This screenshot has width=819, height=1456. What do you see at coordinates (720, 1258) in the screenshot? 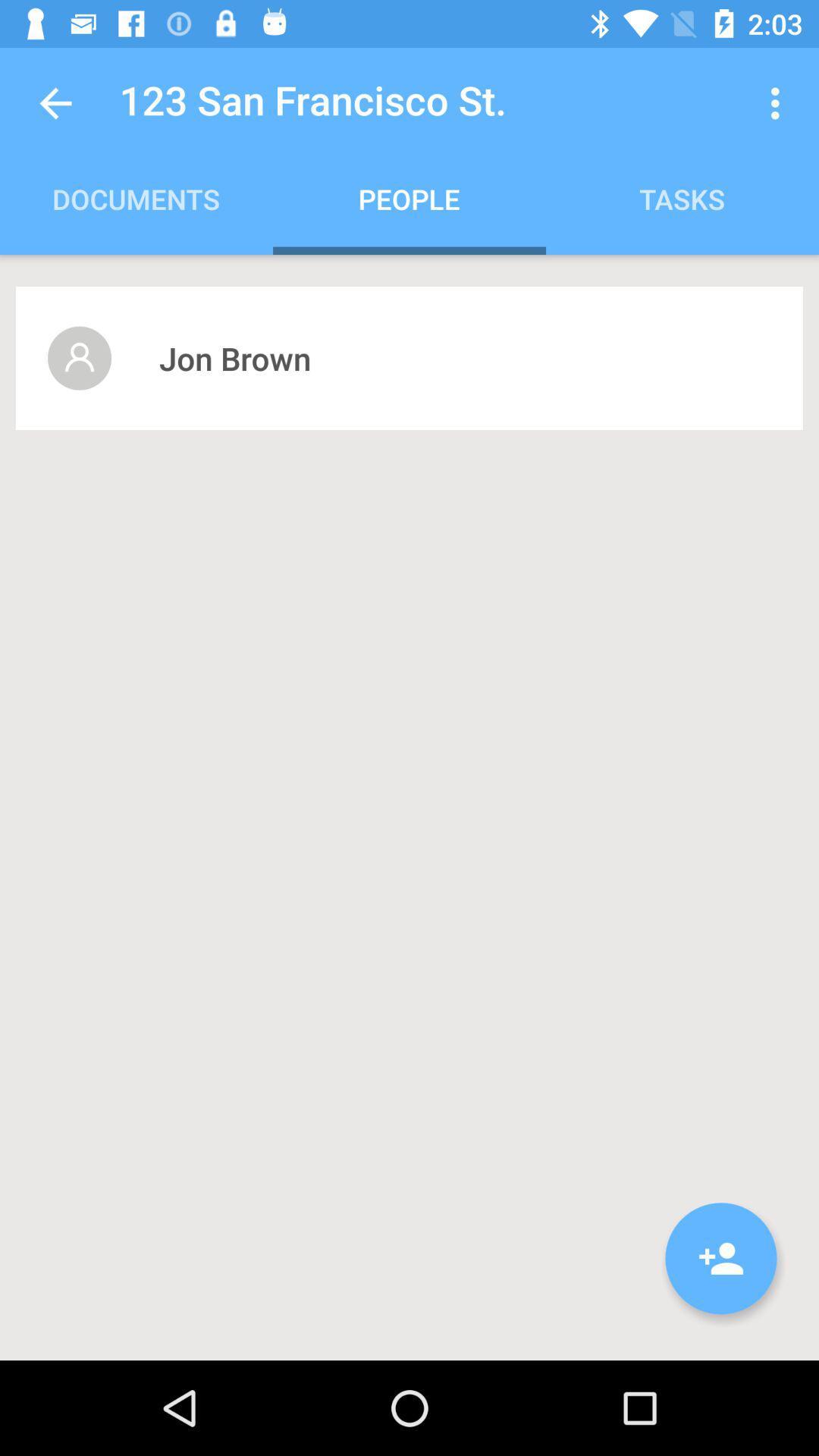
I see `the item at the bottom right corner` at bounding box center [720, 1258].